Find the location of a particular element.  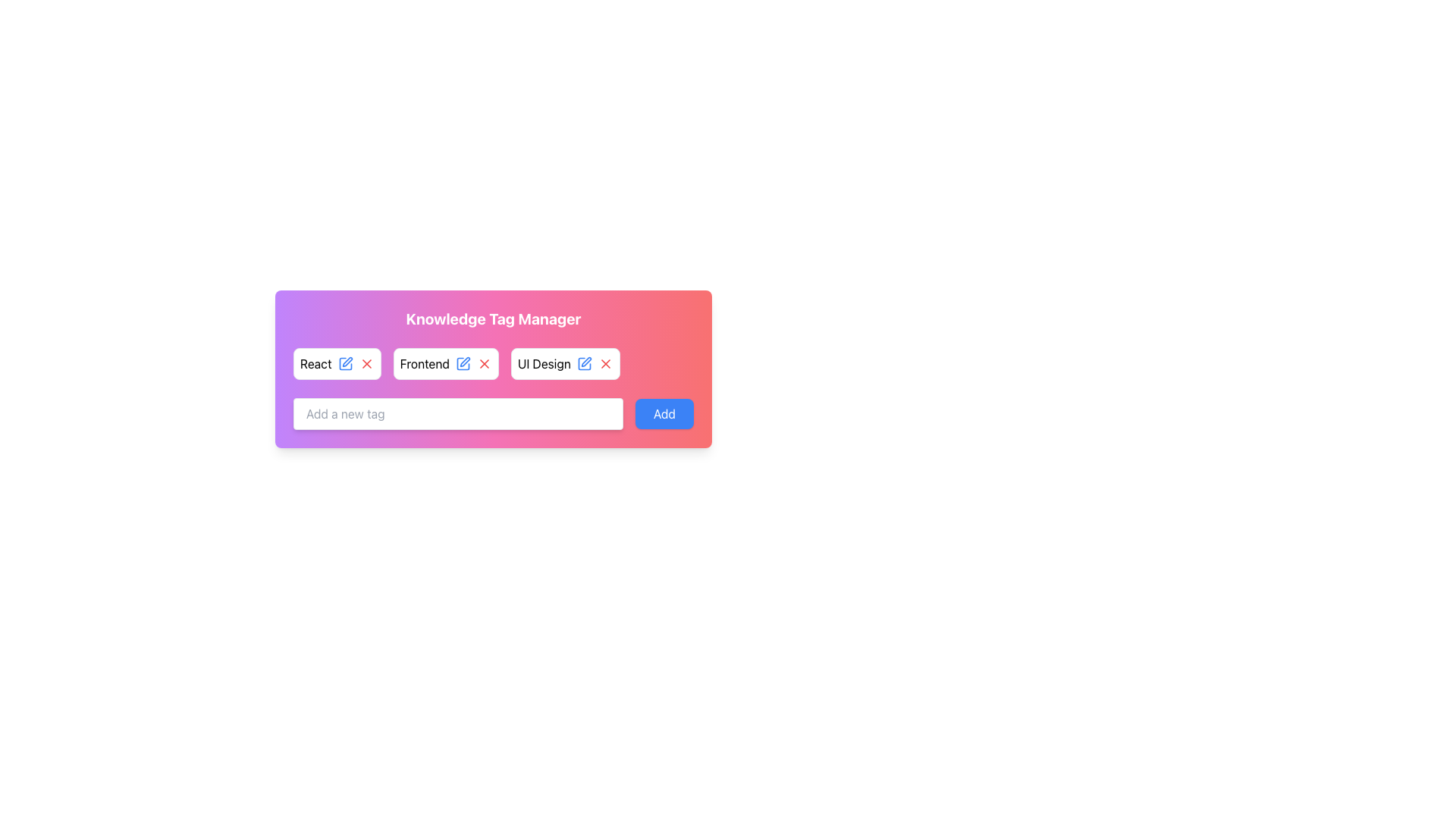

the close icon (red 'X') of the Tag Component, which is a rectangular button with the text 'React' and icons on it is located at coordinates (336, 363).